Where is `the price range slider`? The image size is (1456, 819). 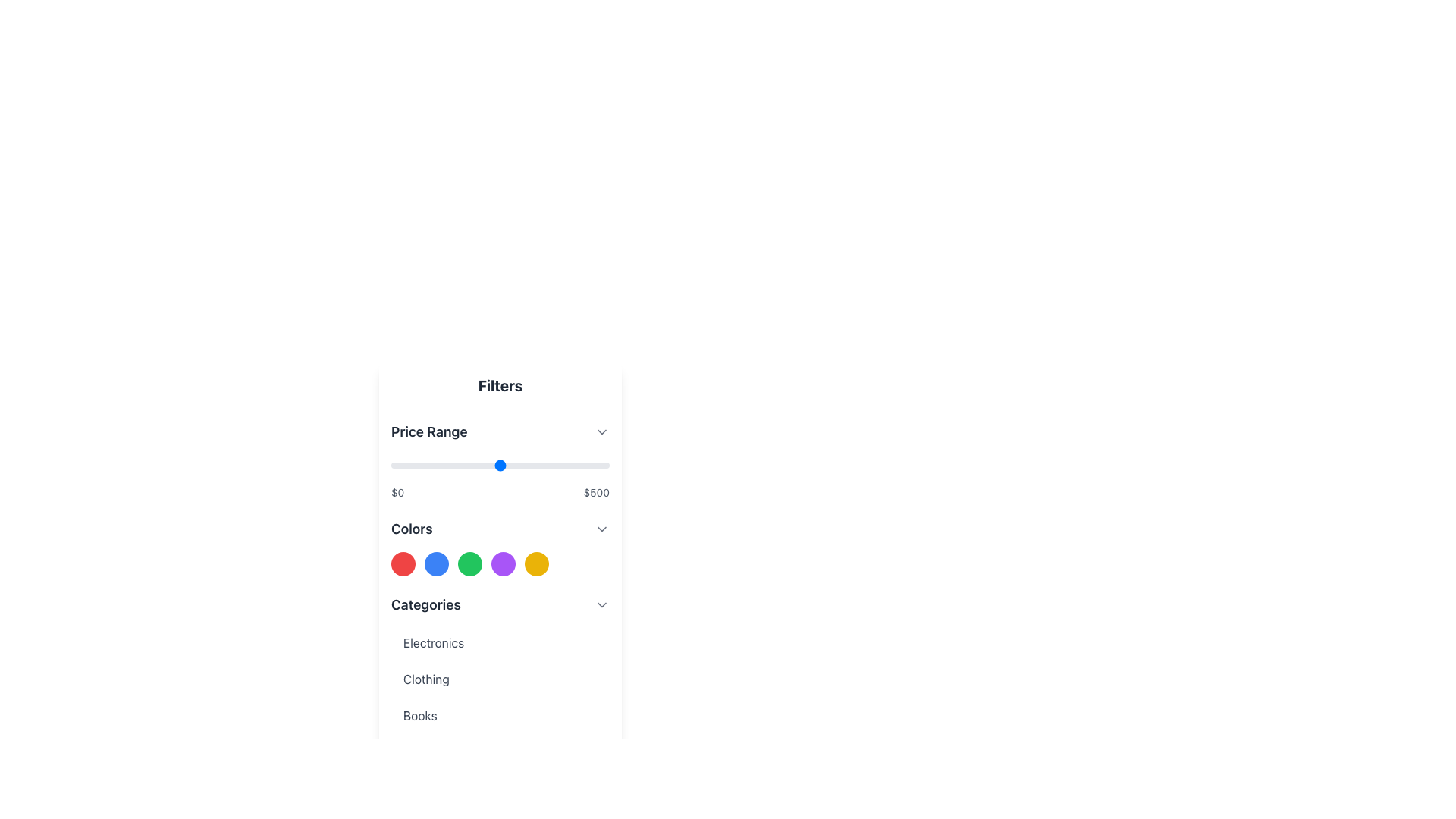 the price range slider is located at coordinates (488, 464).